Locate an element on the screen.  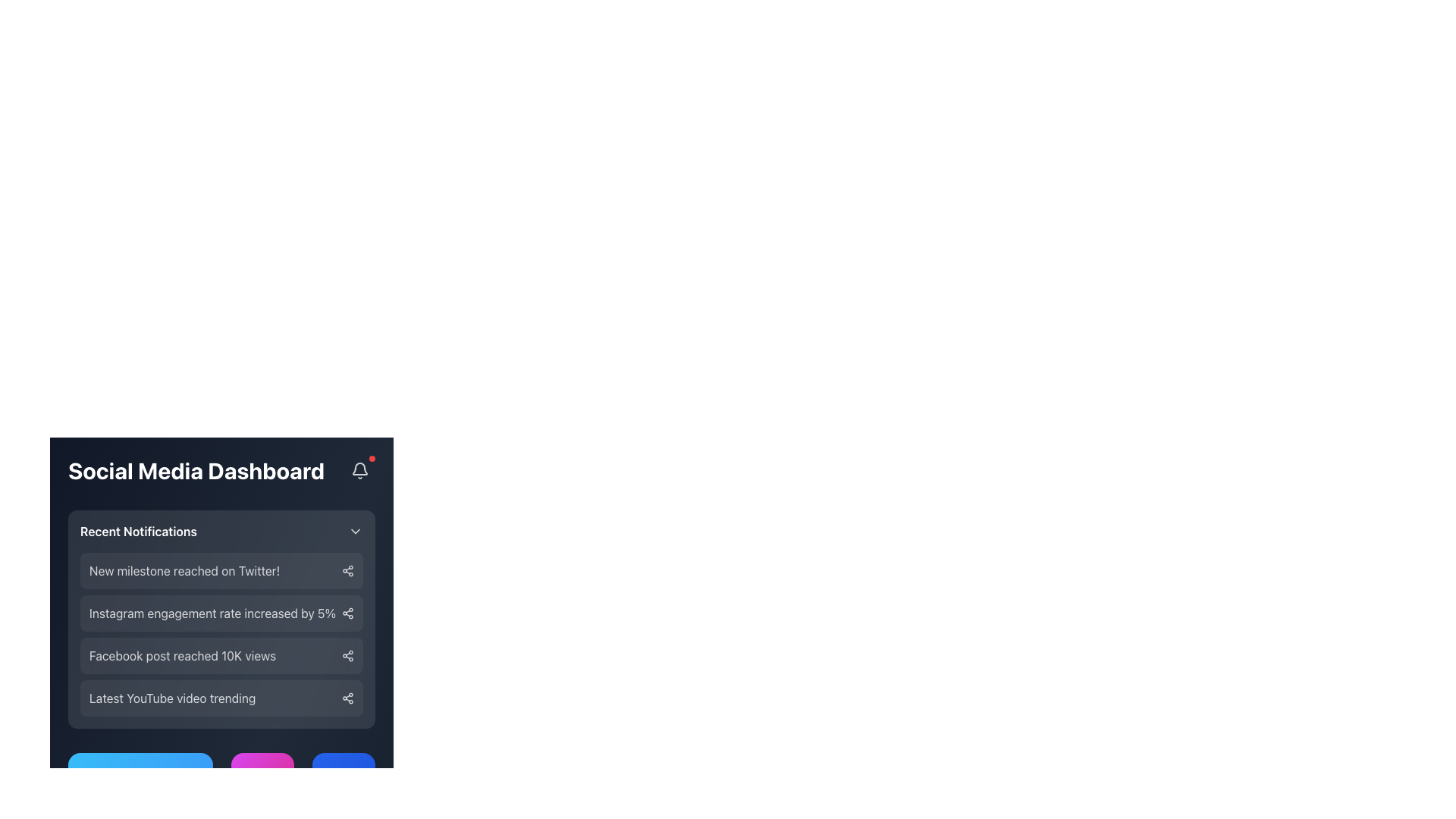
the first notification item in the 'Recent Notifications' section of the 'Social Media Dashboard' which indicates a recent achievement or event related to Twitter is located at coordinates (221, 570).